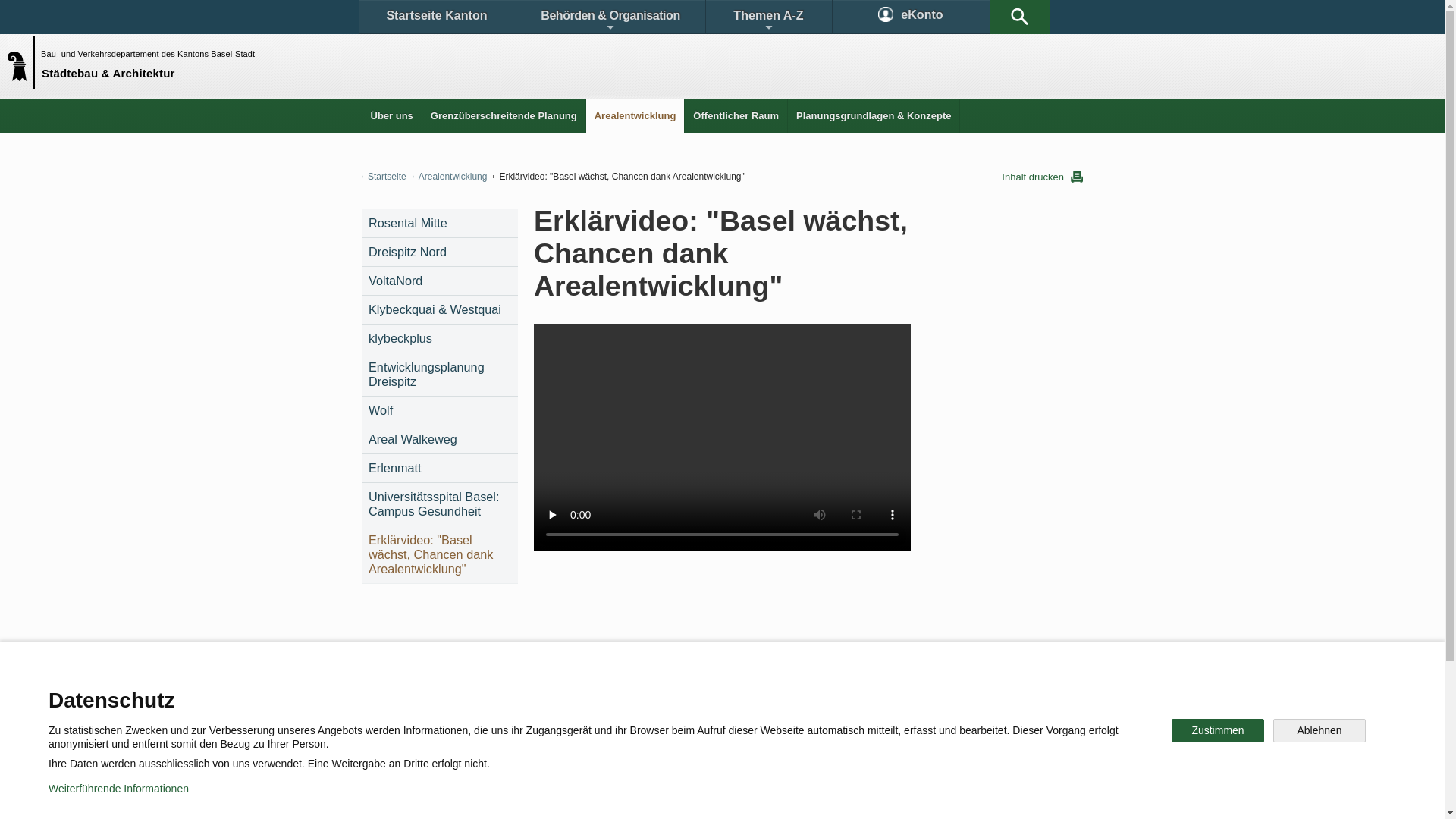  I want to click on 'Ablehnen', so click(1318, 730).